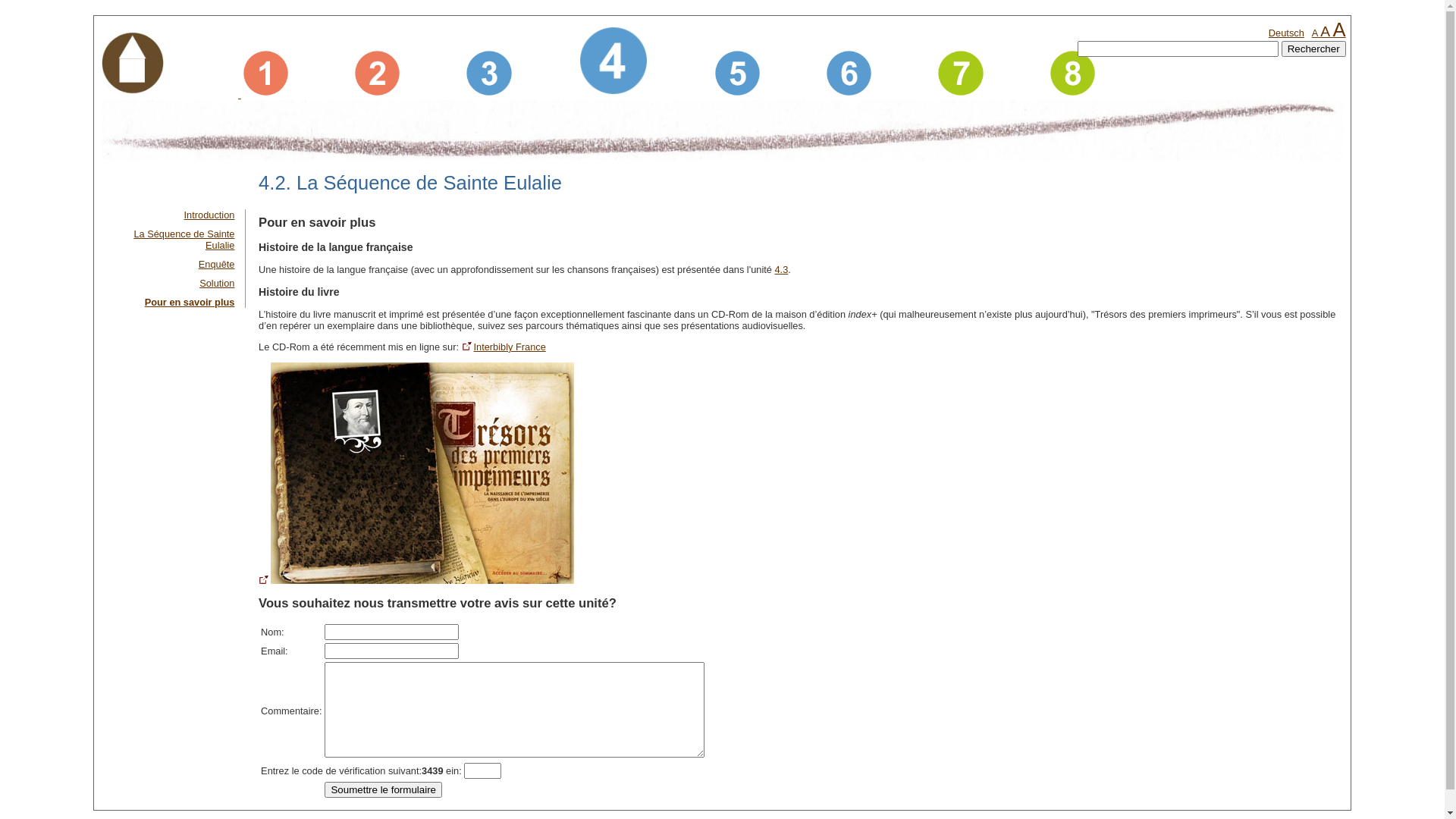 Image resolution: width=1456 pixels, height=819 pixels. I want to click on '4.3', so click(781, 268).